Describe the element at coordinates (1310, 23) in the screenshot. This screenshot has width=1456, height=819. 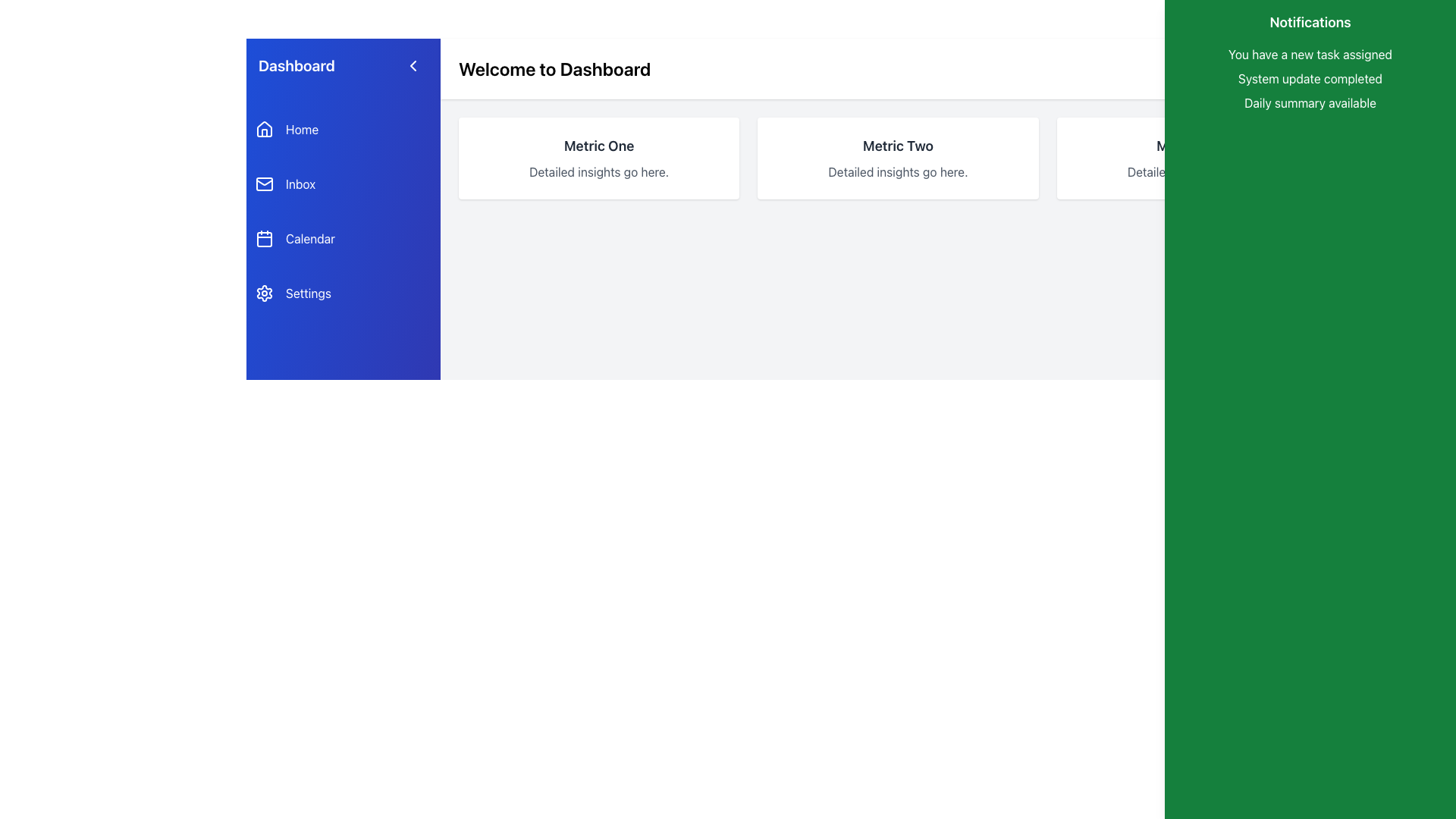
I see `'Notifications' header text at the top of the green sidebar to understand the section context` at that location.